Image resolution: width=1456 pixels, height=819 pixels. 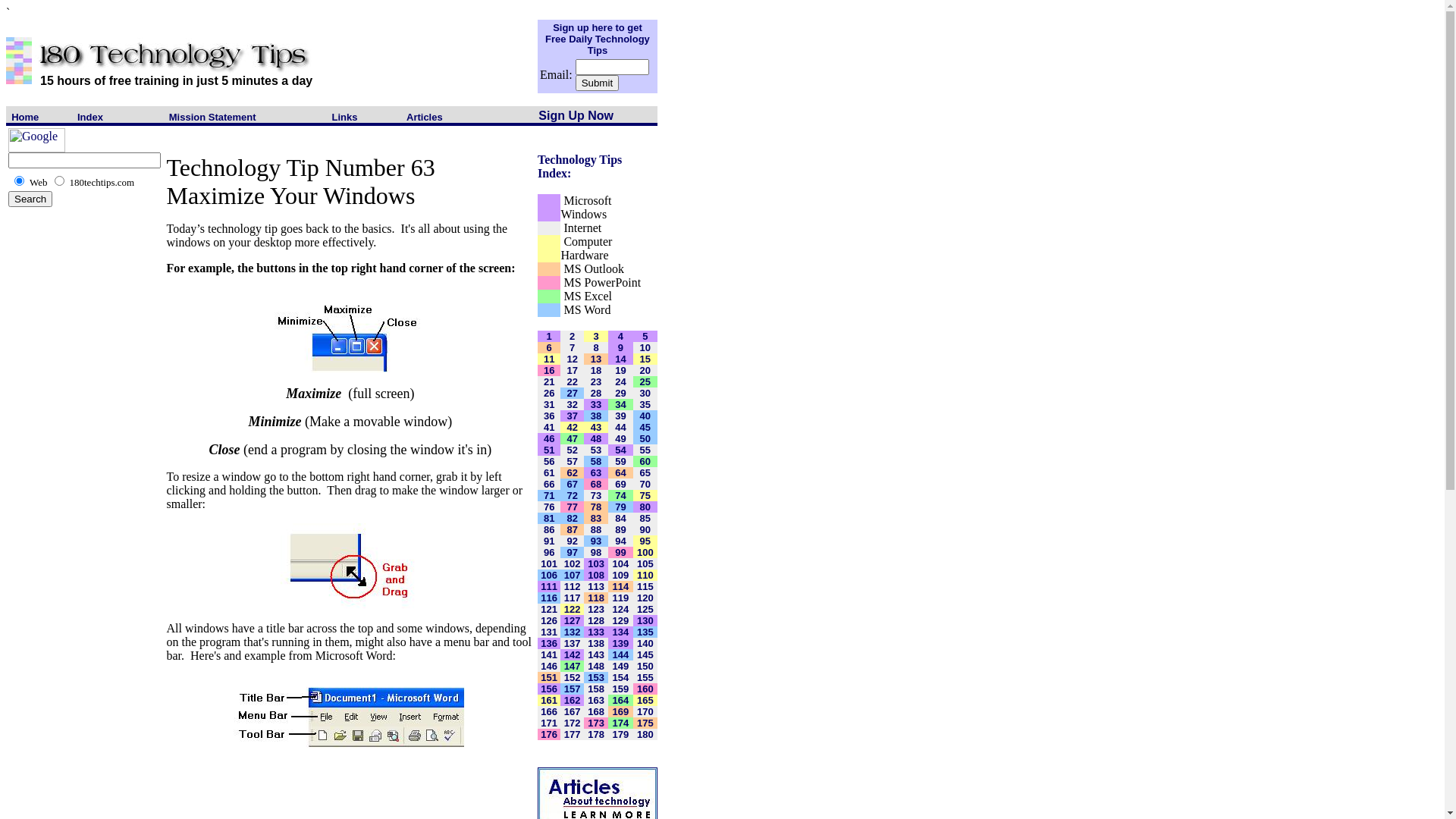 What do you see at coordinates (570, 381) in the screenshot?
I see `'22'` at bounding box center [570, 381].